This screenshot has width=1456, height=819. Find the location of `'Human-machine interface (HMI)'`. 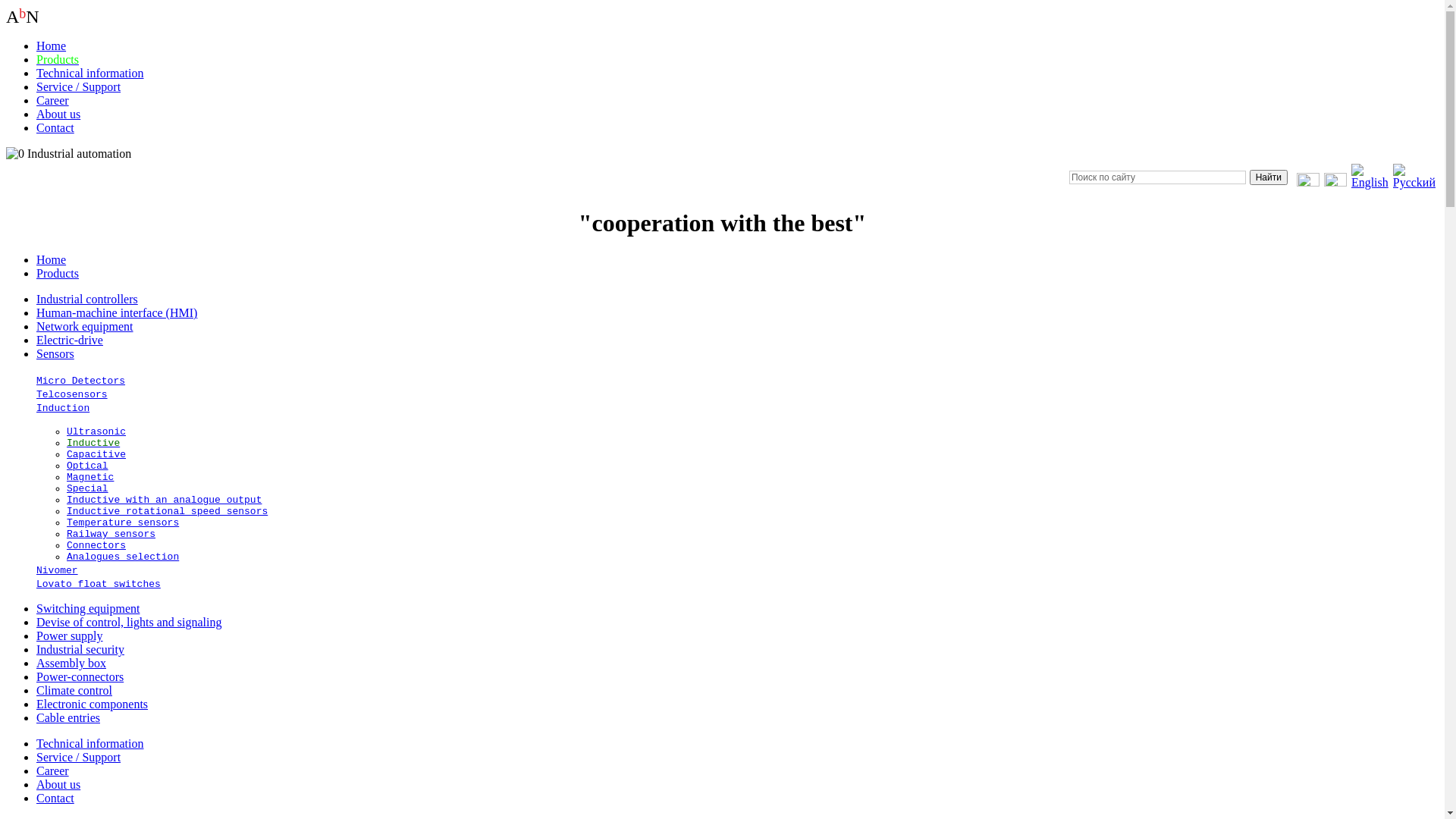

'Human-machine interface (HMI)' is located at coordinates (36, 312).